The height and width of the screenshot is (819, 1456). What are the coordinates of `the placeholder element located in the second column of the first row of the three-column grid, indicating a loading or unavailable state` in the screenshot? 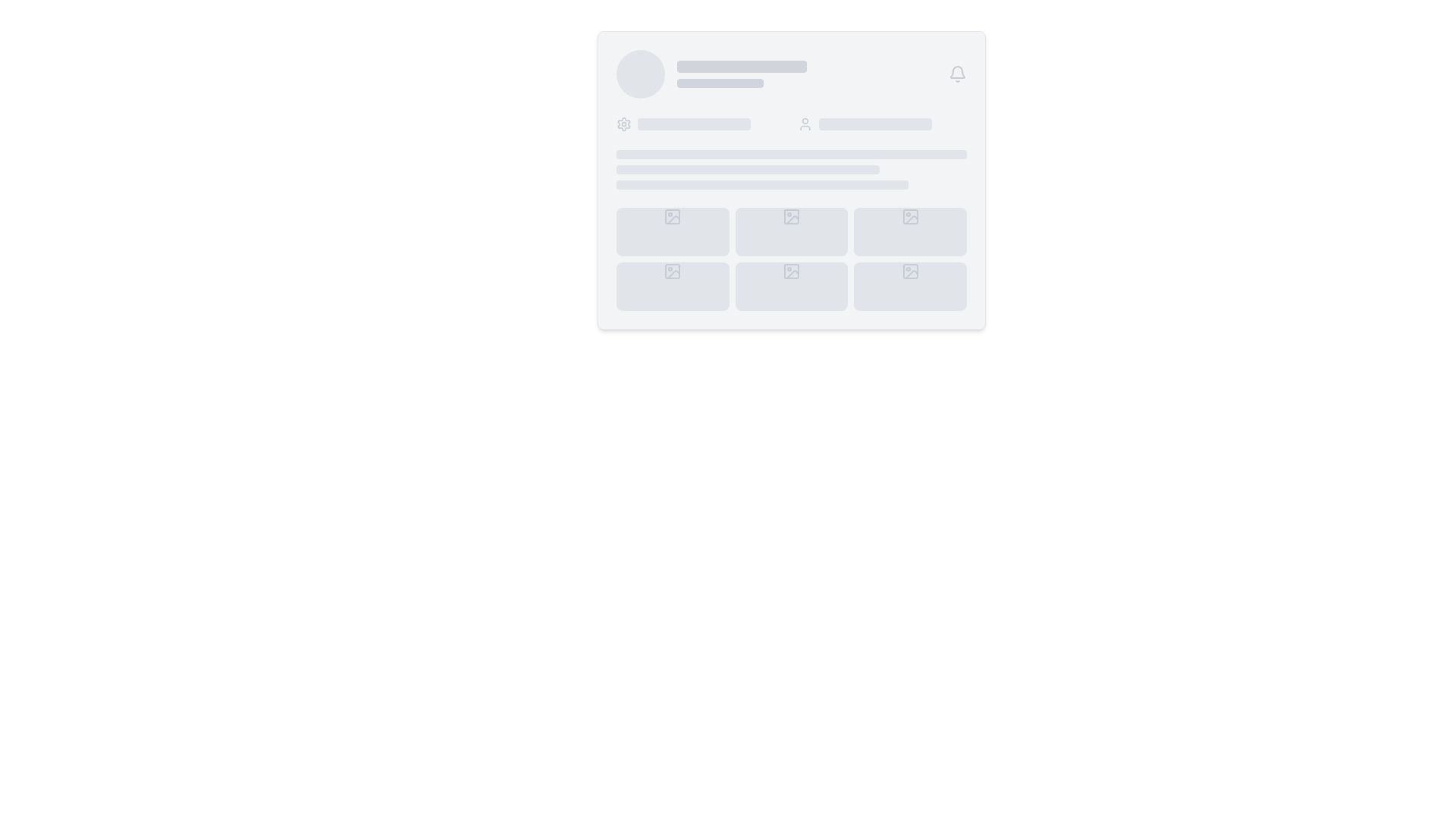 It's located at (790, 231).